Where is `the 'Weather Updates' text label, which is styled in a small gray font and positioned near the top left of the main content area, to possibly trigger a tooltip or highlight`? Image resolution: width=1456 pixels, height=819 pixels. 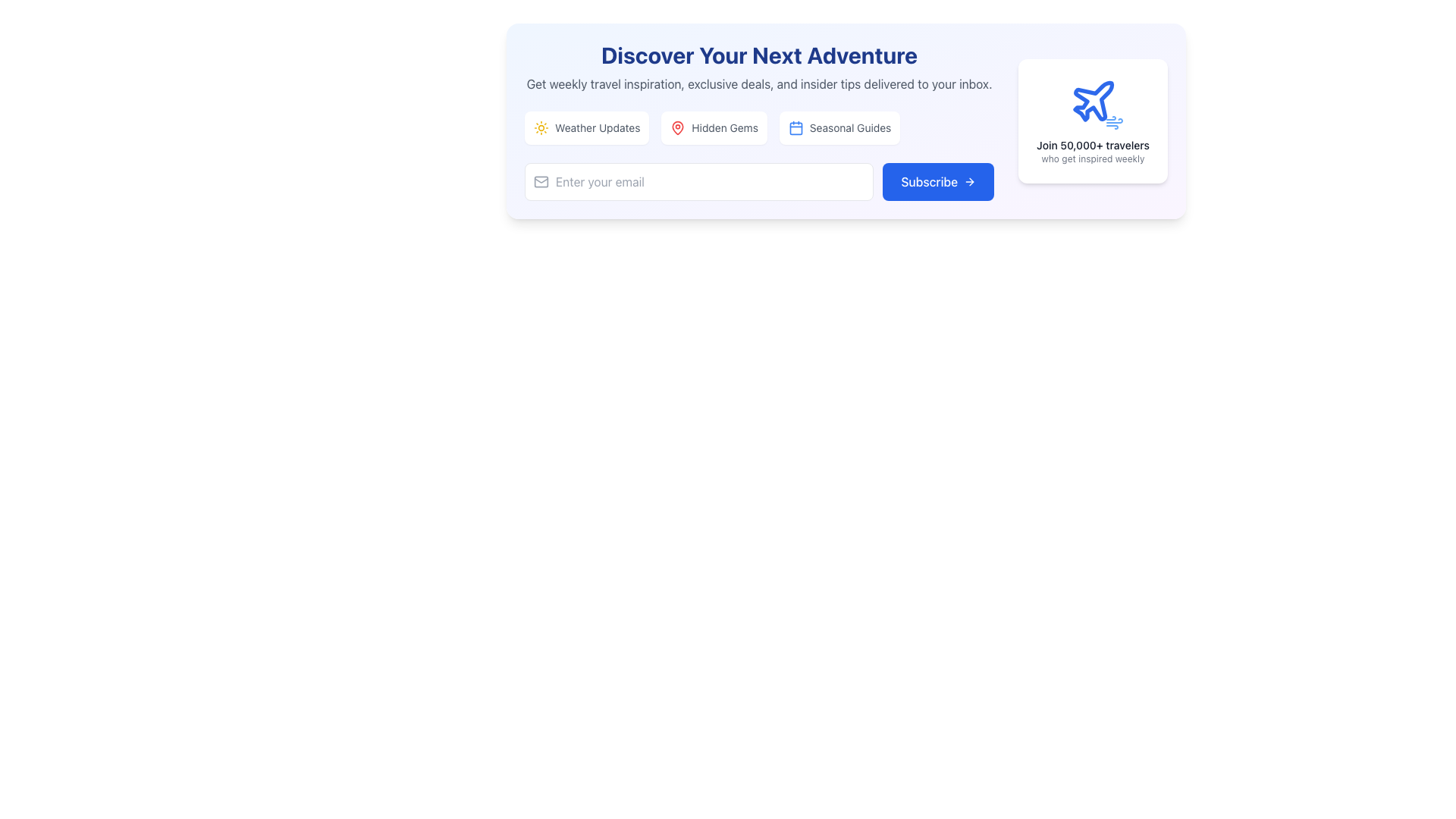 the 'Weather Updates' text label, which is styled in a small gray font and positioned near the top left of the main content area, to possibly trigger a tooltip or highlight is located at coordinates (597, 127).